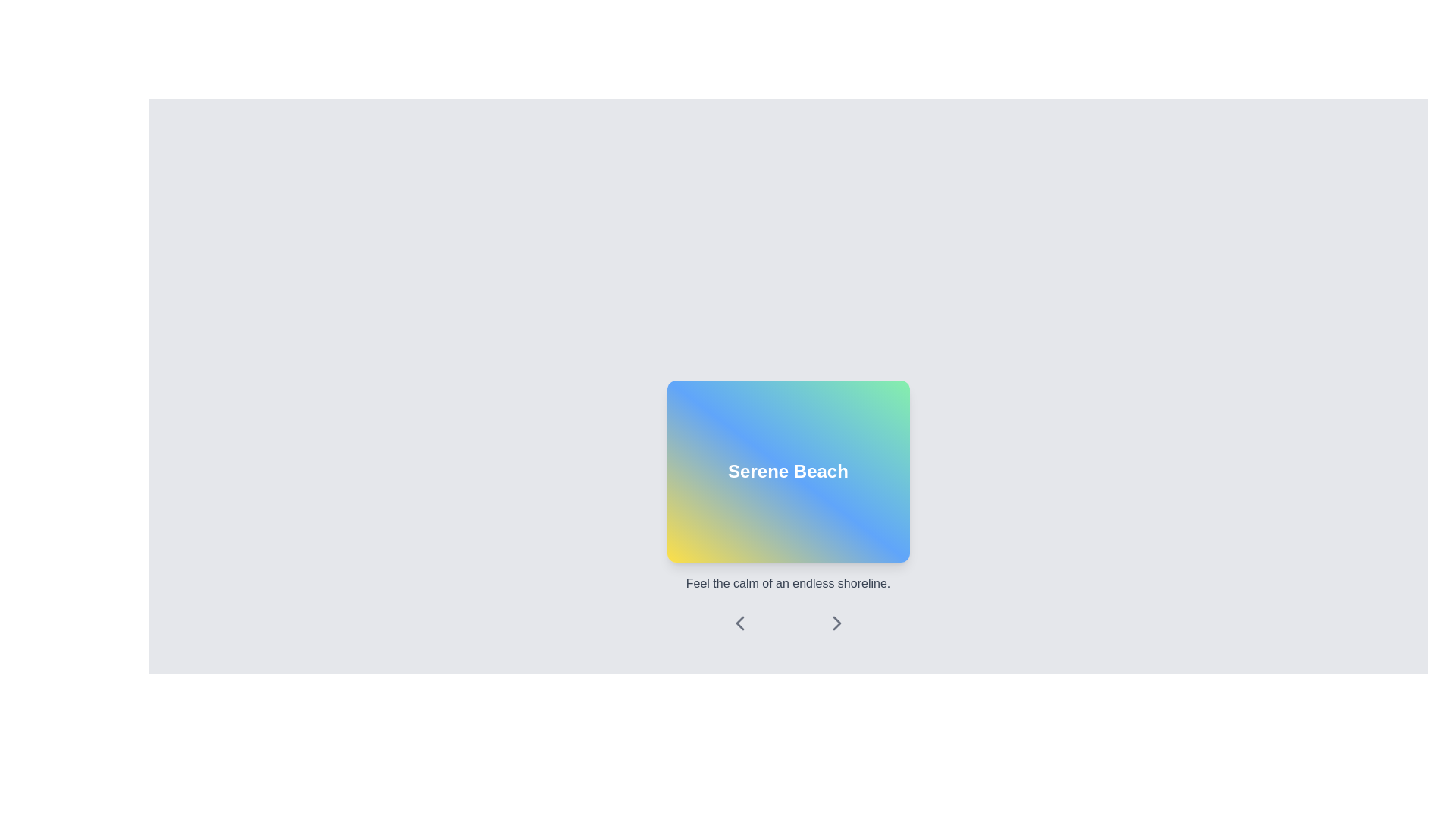 The width and height of the screenshot is (1456, 819). What do you see at coordinates (739, 623) in the screenshot?
I see `the left navigation button (icon-based) that is located directly beneath the text 'Feel the calm of an endless shoreline'` at bounding box center [739, 623].